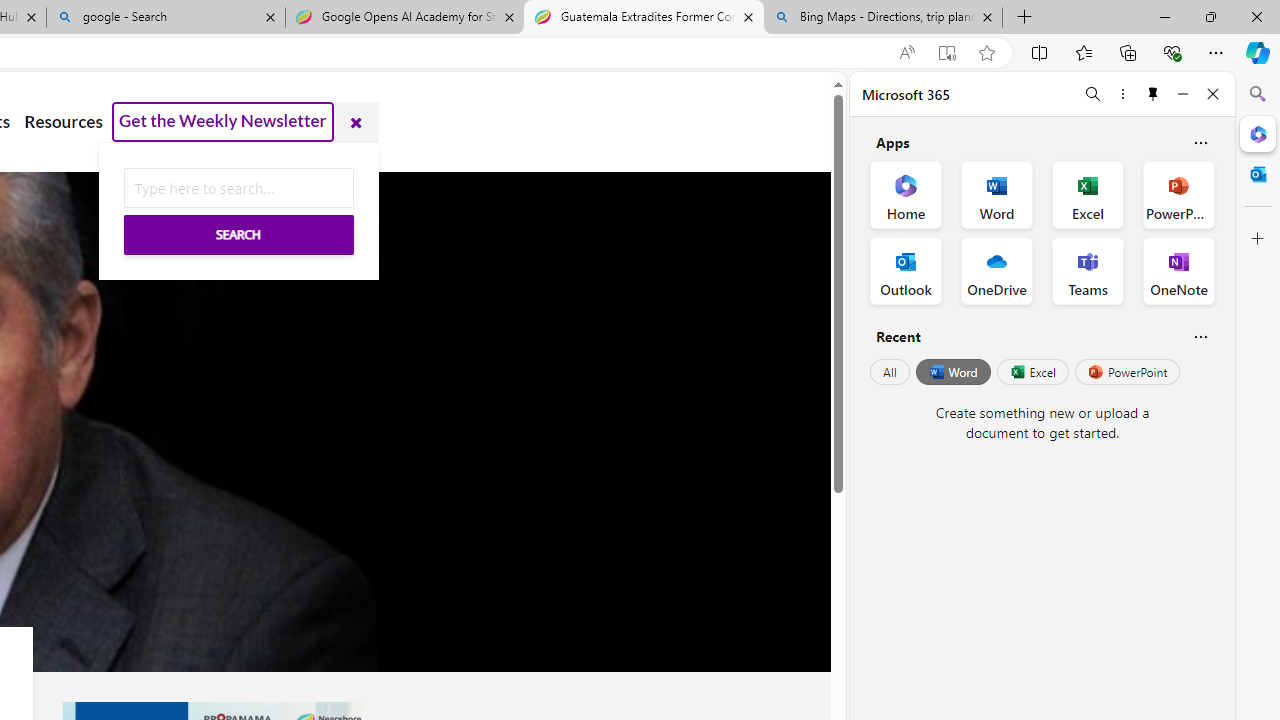 This screenshot has width=1280, height=720. What do you see at coordinates (1032, 372) in the screenshot?
I see `'Excel'` at bounding box center [1032, 372].